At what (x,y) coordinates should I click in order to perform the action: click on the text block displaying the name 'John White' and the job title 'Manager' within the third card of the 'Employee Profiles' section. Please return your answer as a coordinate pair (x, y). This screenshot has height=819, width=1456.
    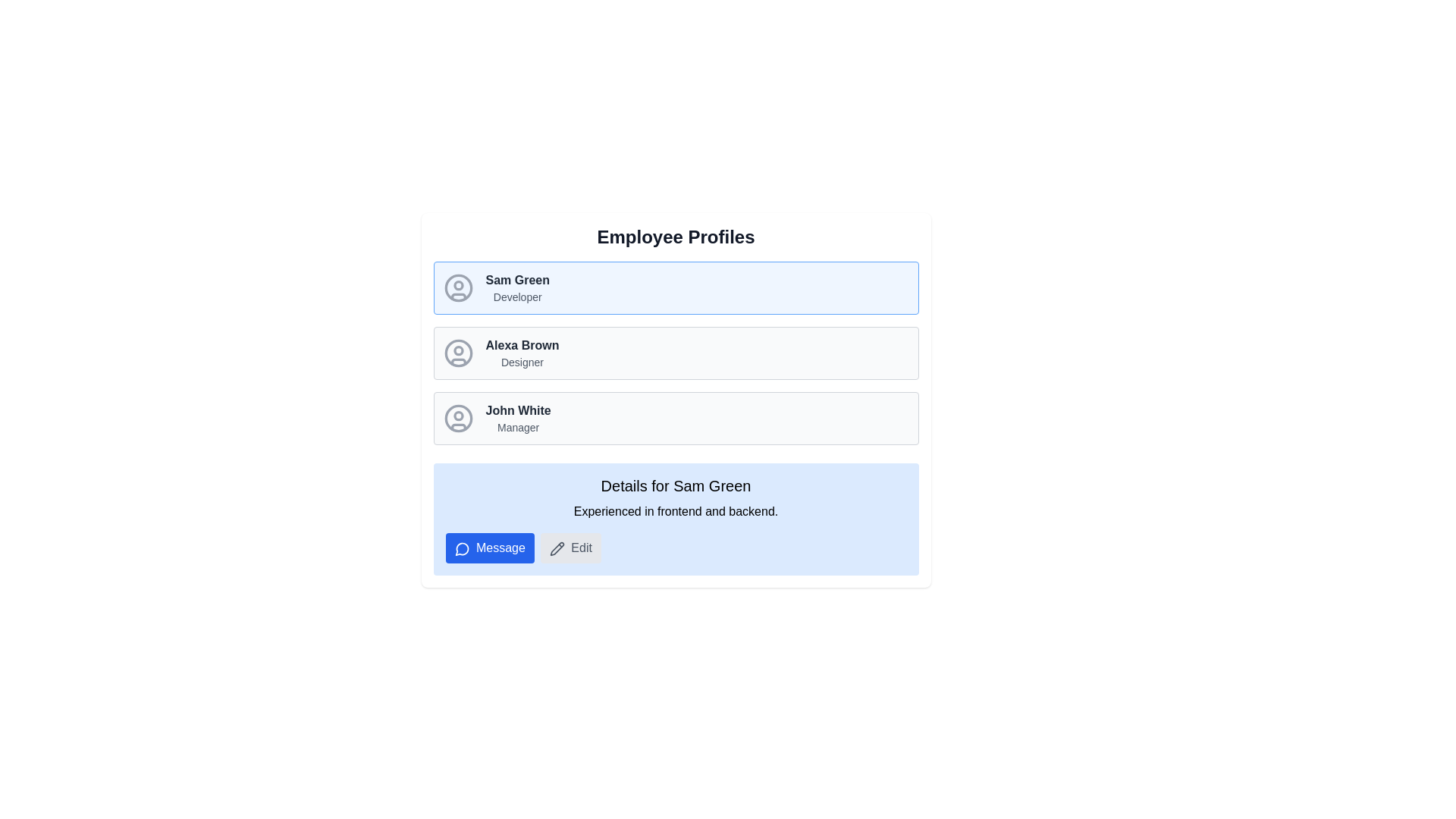
    Looking at the image, I should click on (518, 418).